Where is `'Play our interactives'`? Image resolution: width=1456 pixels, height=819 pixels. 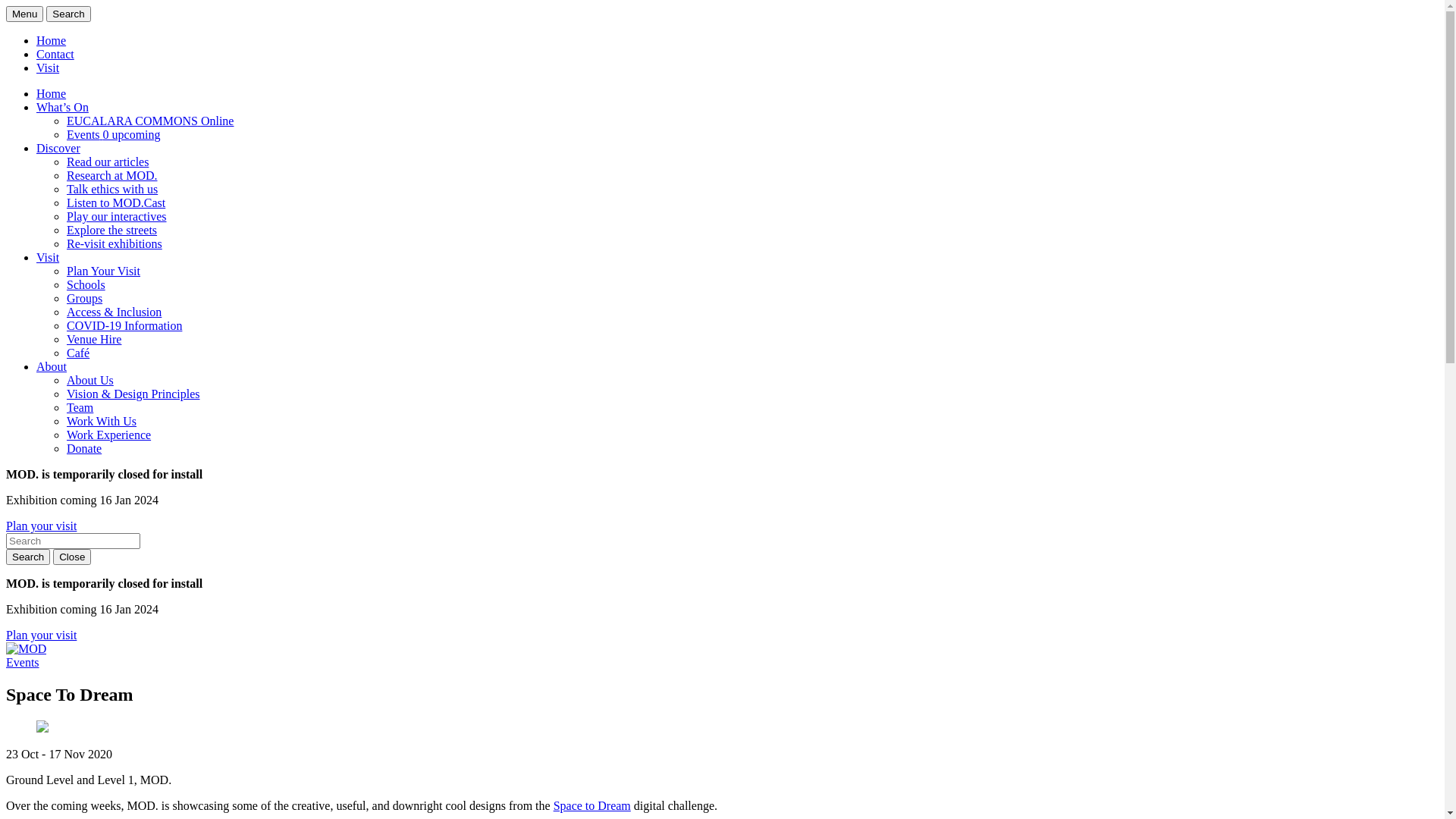 'Play our interactives' is located at coordinates (115, 216).